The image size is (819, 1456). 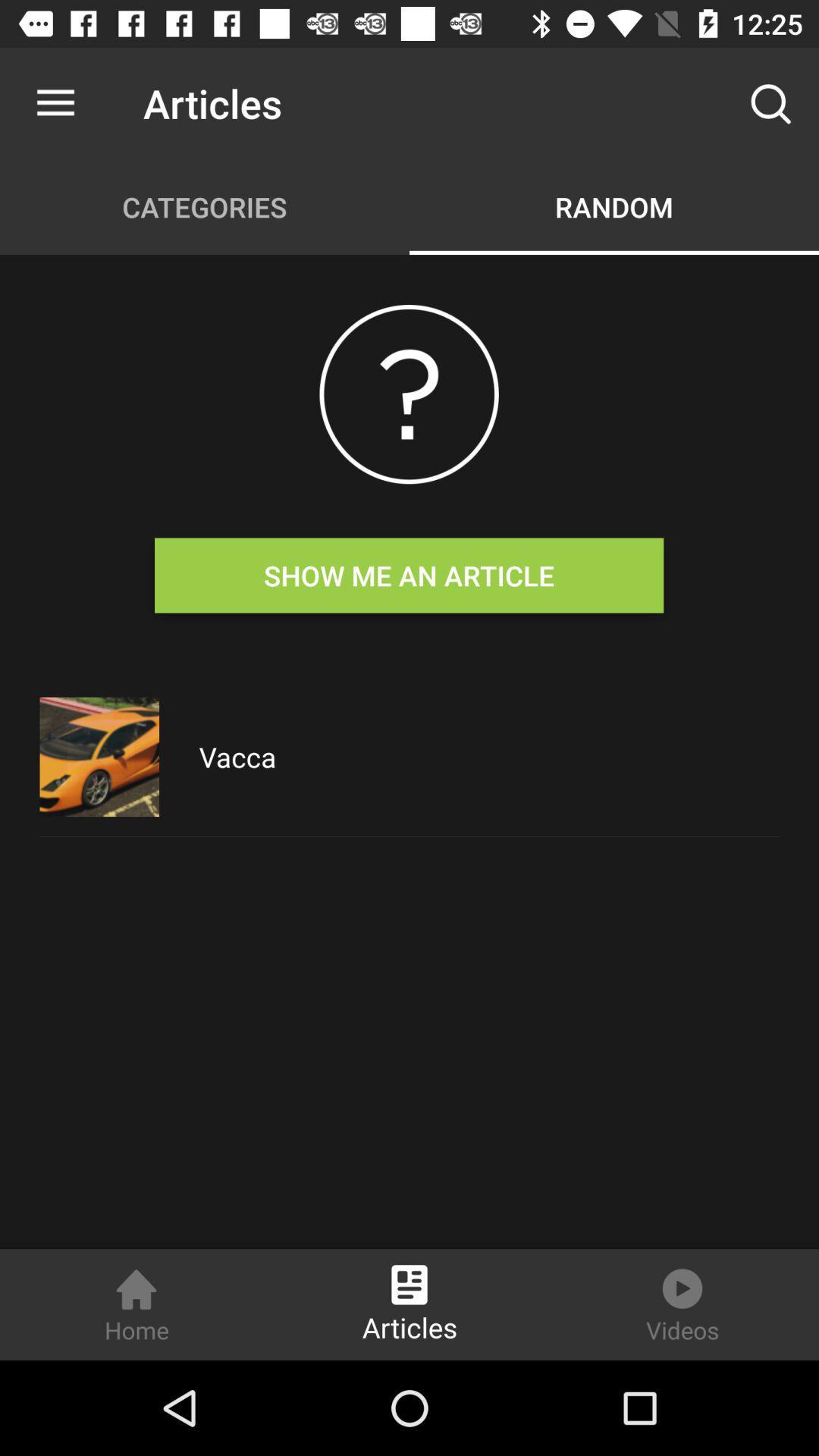 I want to click on the item to the right of the articles item, so click(x=771, y=102).